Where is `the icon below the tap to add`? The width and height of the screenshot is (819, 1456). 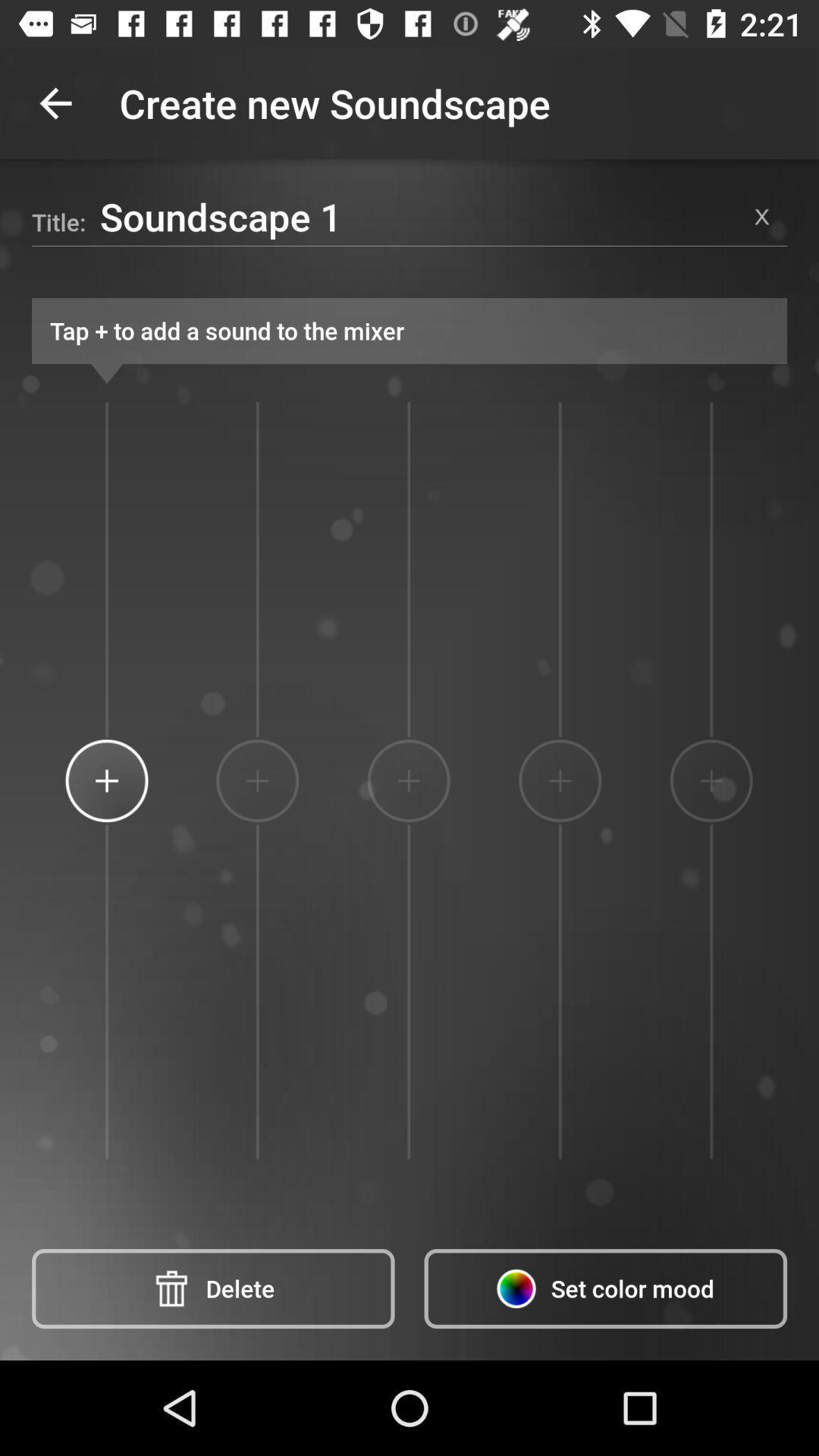 the icon below the tap to add is located at coordinates (560, 780).